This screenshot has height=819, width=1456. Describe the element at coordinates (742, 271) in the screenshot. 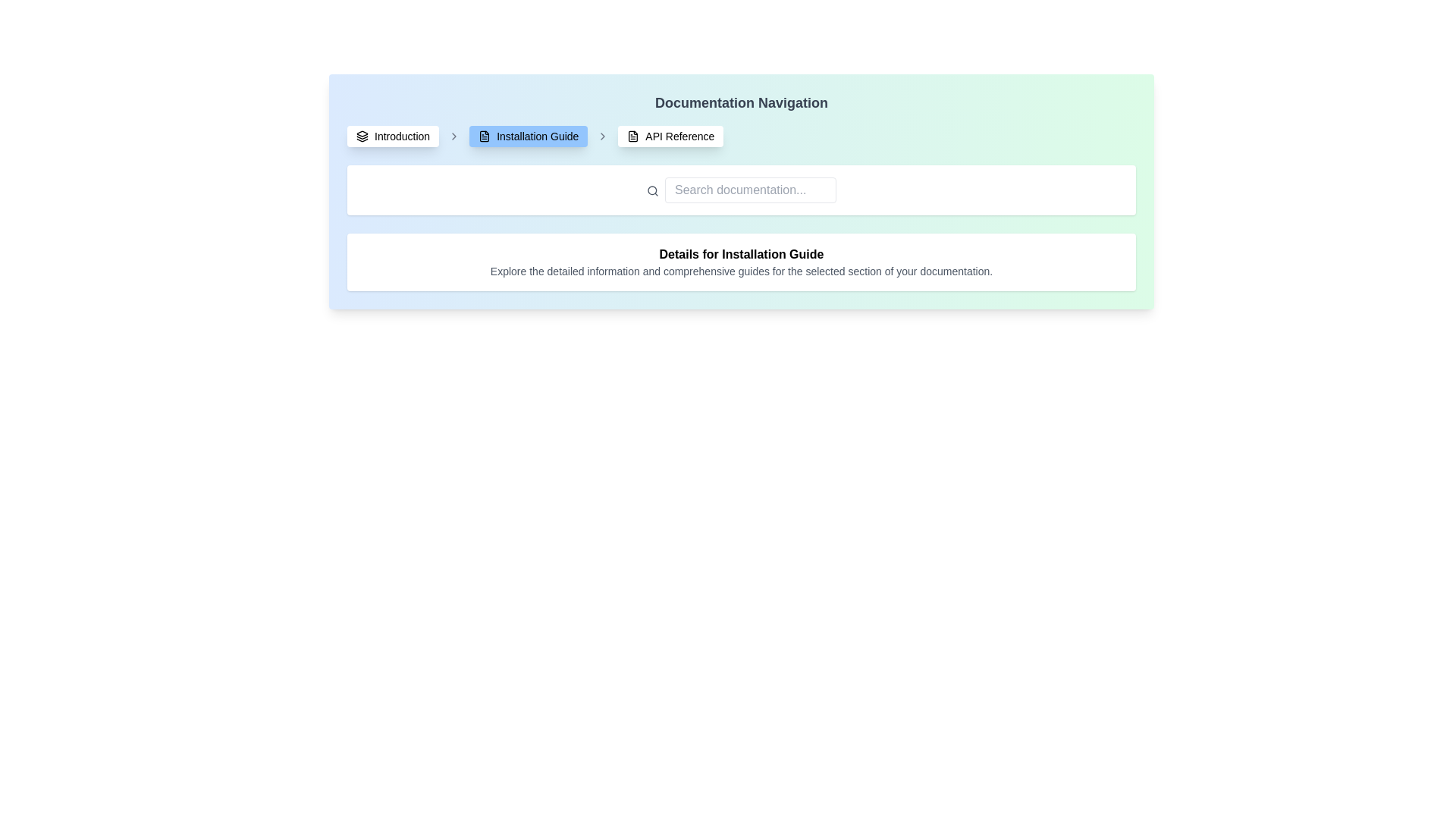

I see `the supplementary explanatory text located below the bolded title 'Details for Installation Guide' within a white card with rounded corners` at that location.